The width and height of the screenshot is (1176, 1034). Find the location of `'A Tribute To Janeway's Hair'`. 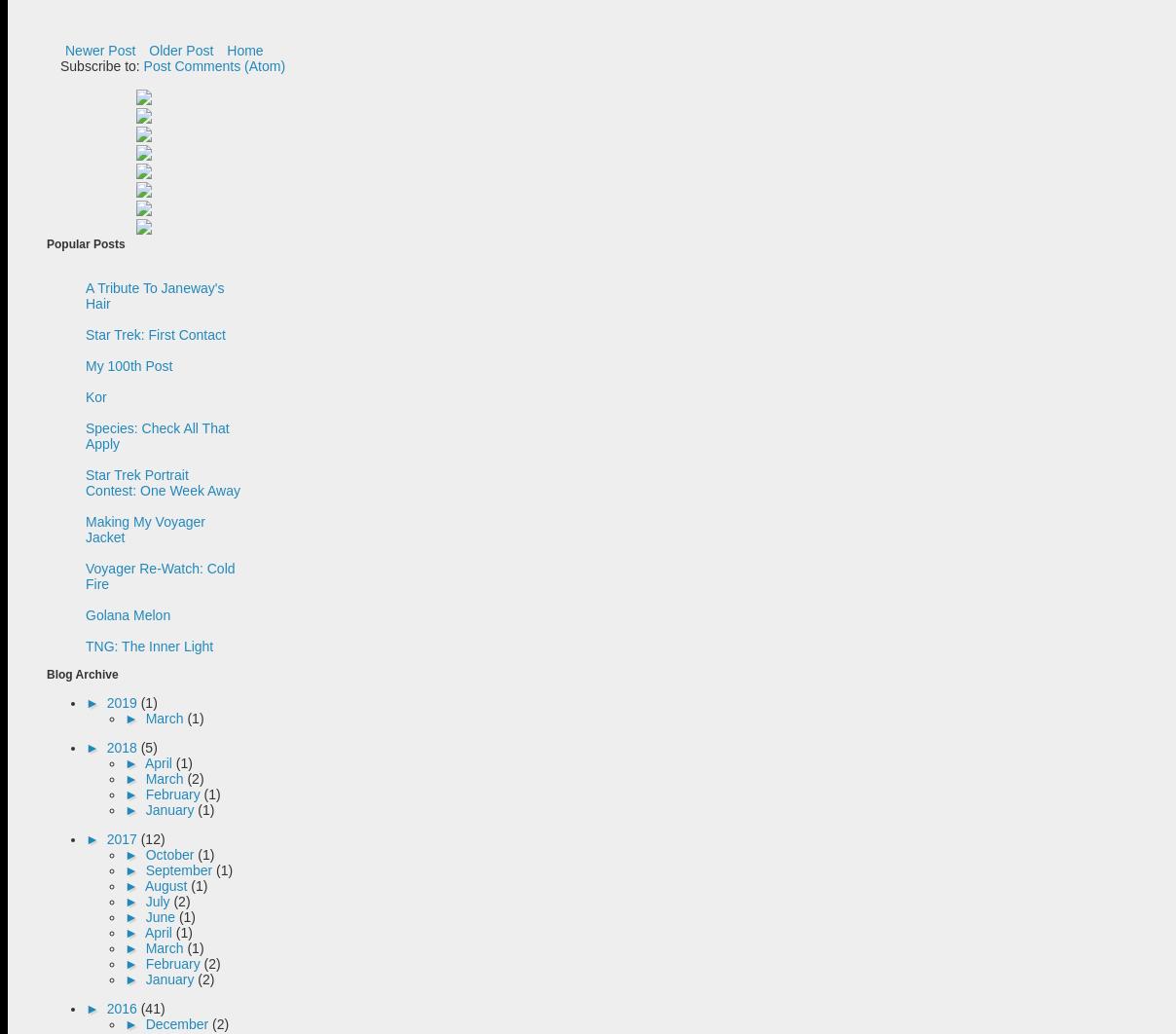

'A Tribute To Janeway's Hair' is located at coordinates (154, 295).